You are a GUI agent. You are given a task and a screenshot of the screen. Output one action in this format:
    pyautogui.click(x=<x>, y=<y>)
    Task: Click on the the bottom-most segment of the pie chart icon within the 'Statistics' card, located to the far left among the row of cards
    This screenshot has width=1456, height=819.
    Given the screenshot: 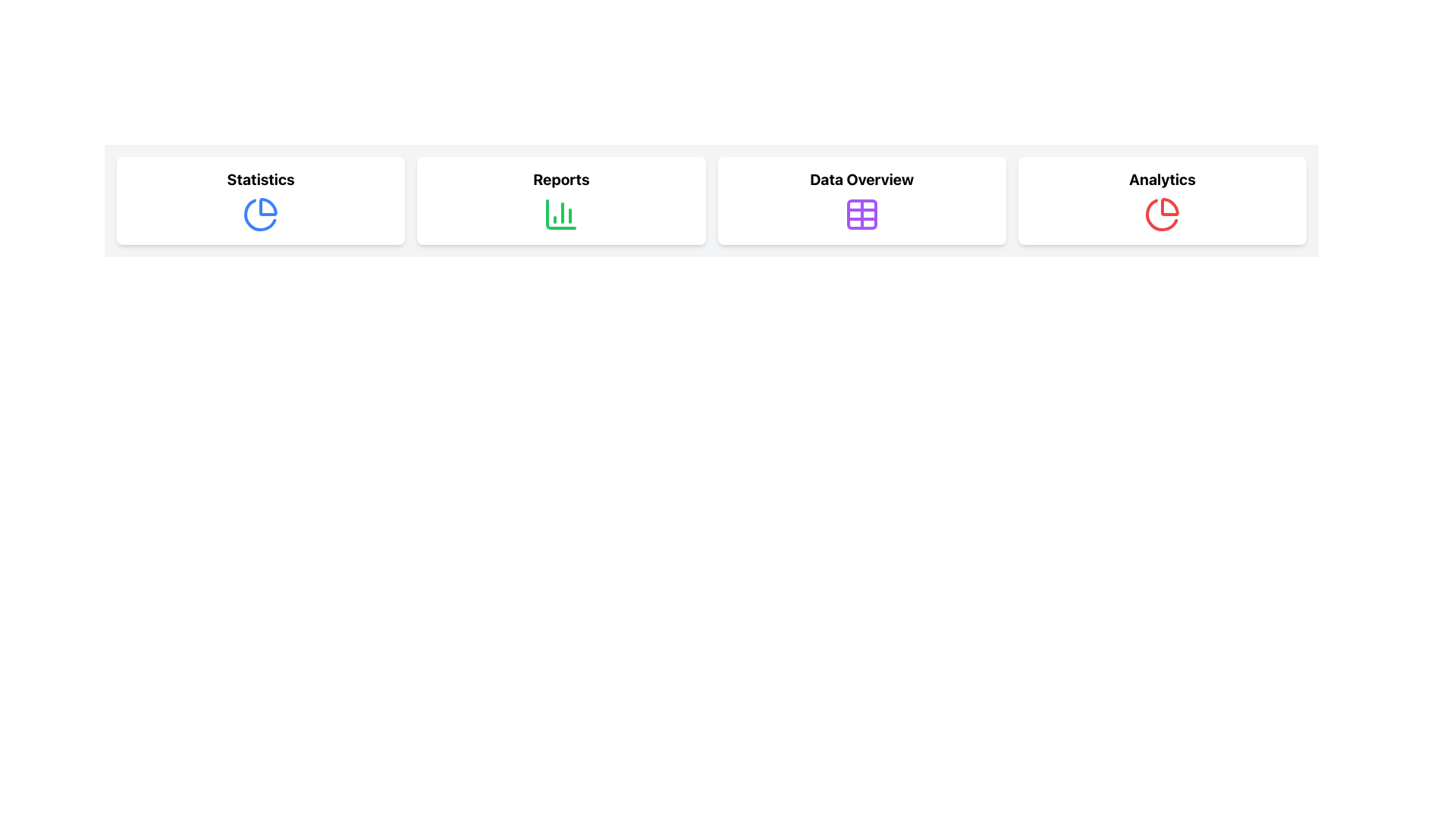 What is the action you would take?
    pyautogui.click(x=268, y=207)
    